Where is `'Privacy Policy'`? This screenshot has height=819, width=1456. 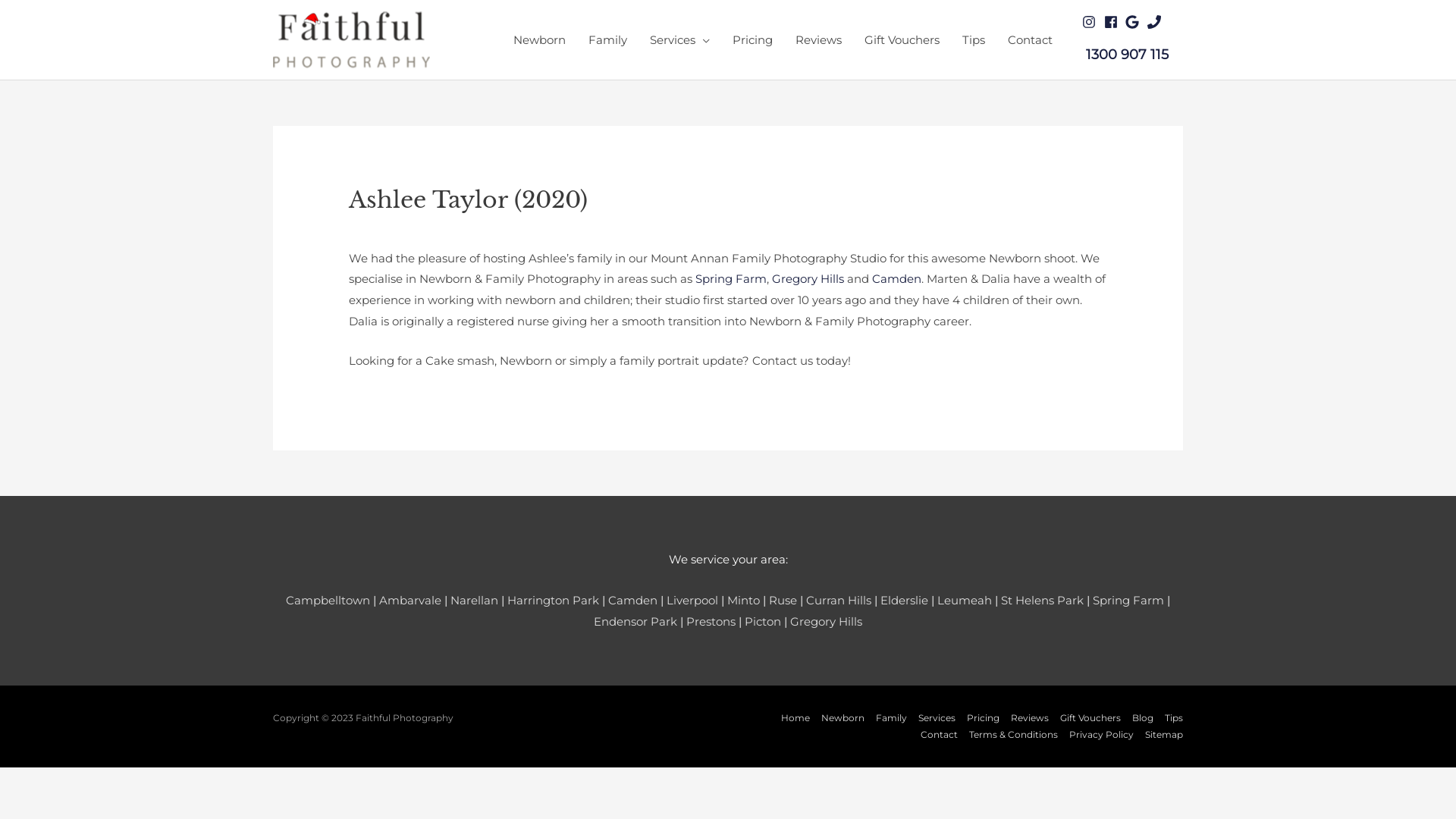
'Privacy Policy' is located at coordinates (1059, 733).